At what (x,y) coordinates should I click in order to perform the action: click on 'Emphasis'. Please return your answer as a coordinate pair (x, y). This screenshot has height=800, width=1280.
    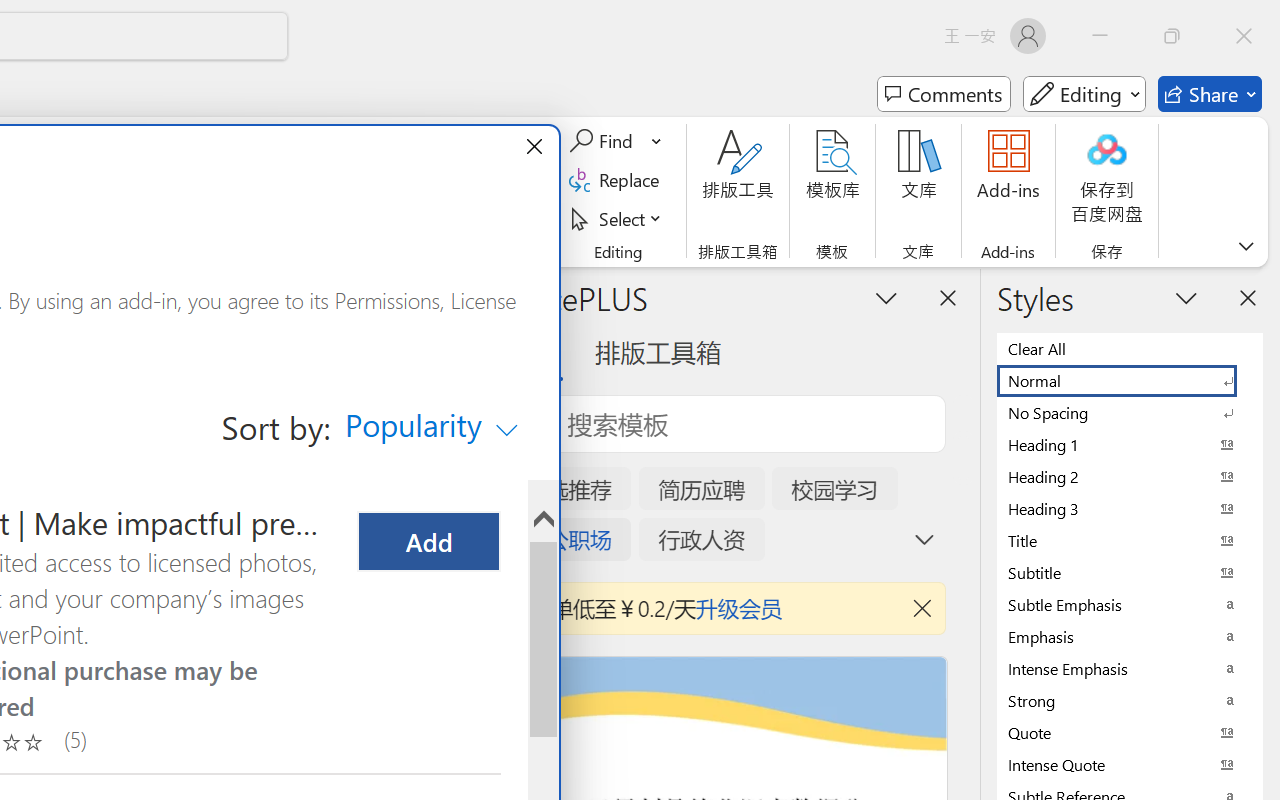
    Looking at the image, I should click on (1130, 635).